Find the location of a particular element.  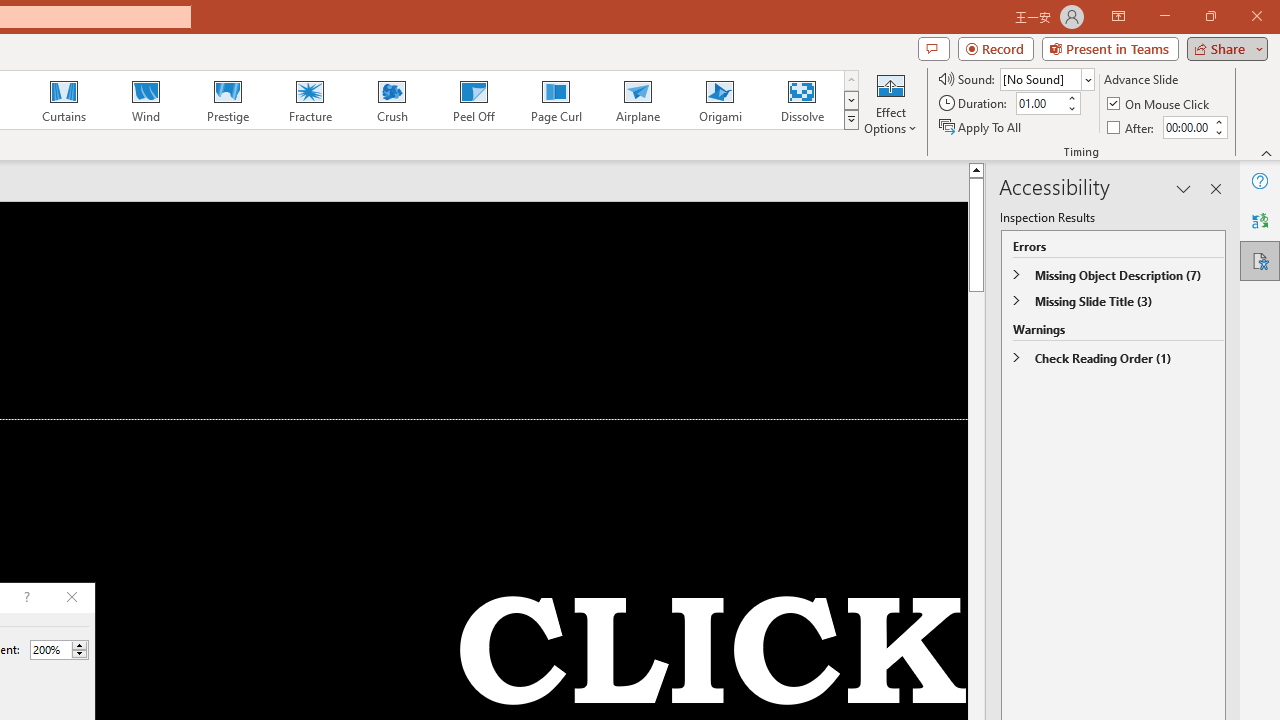

'Page Curl' is located at coordinates (555, 100).